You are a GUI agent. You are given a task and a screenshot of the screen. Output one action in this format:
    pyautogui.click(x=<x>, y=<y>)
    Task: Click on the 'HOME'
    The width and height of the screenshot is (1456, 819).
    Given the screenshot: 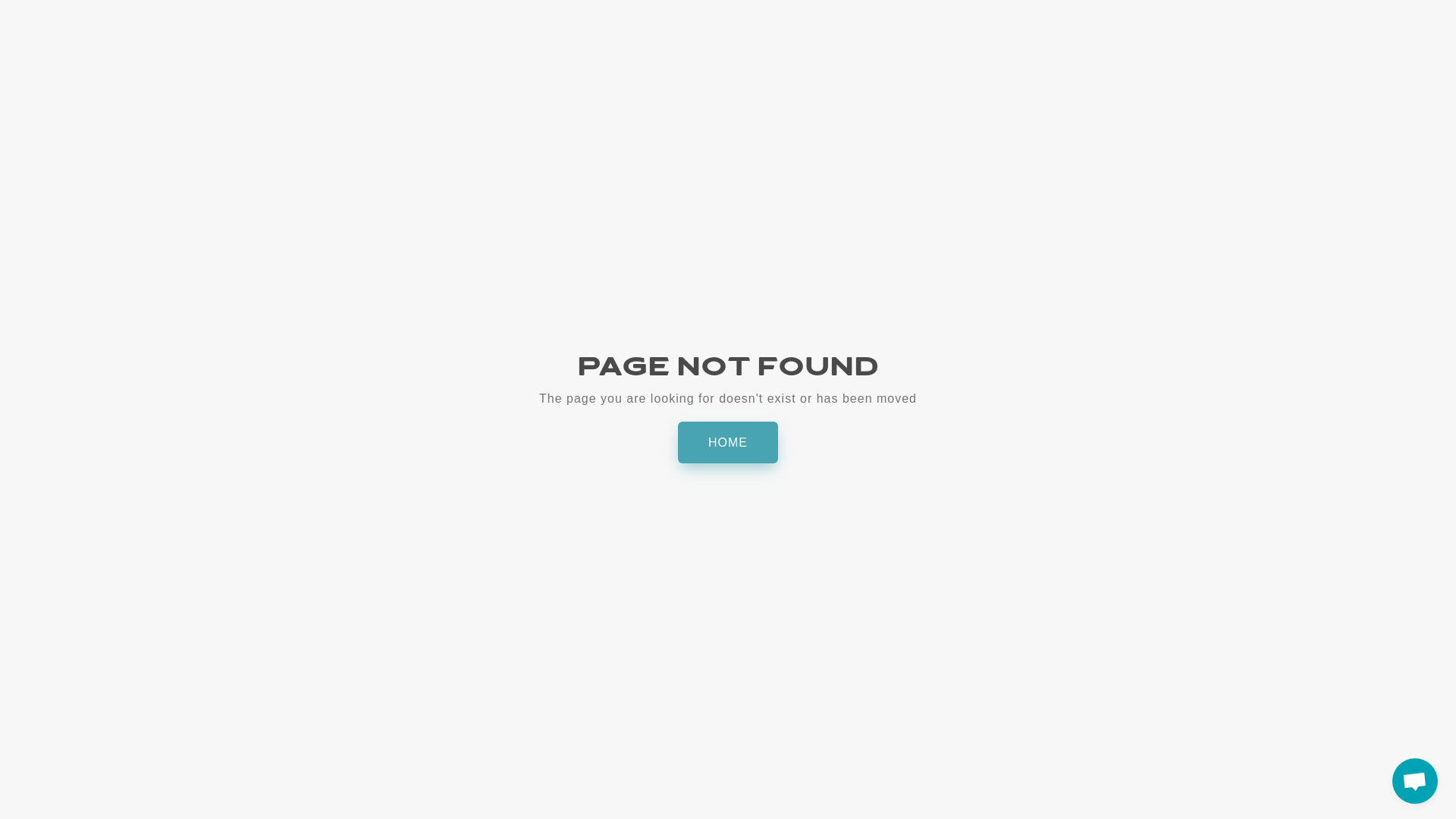 What is the action you would take?
    pyautogui.click(x=728, y=442)
    